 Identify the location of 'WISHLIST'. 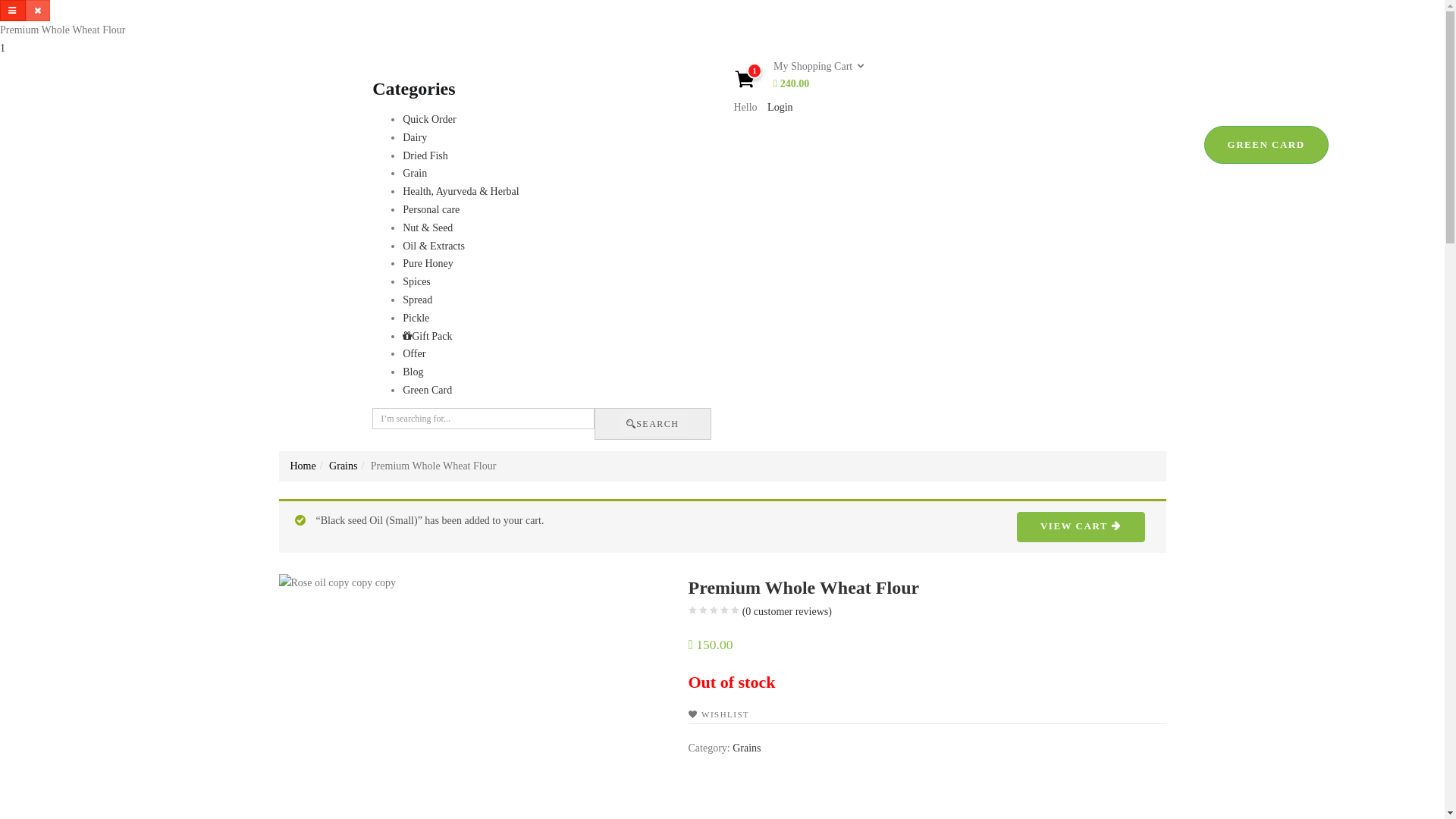
(718, 714).